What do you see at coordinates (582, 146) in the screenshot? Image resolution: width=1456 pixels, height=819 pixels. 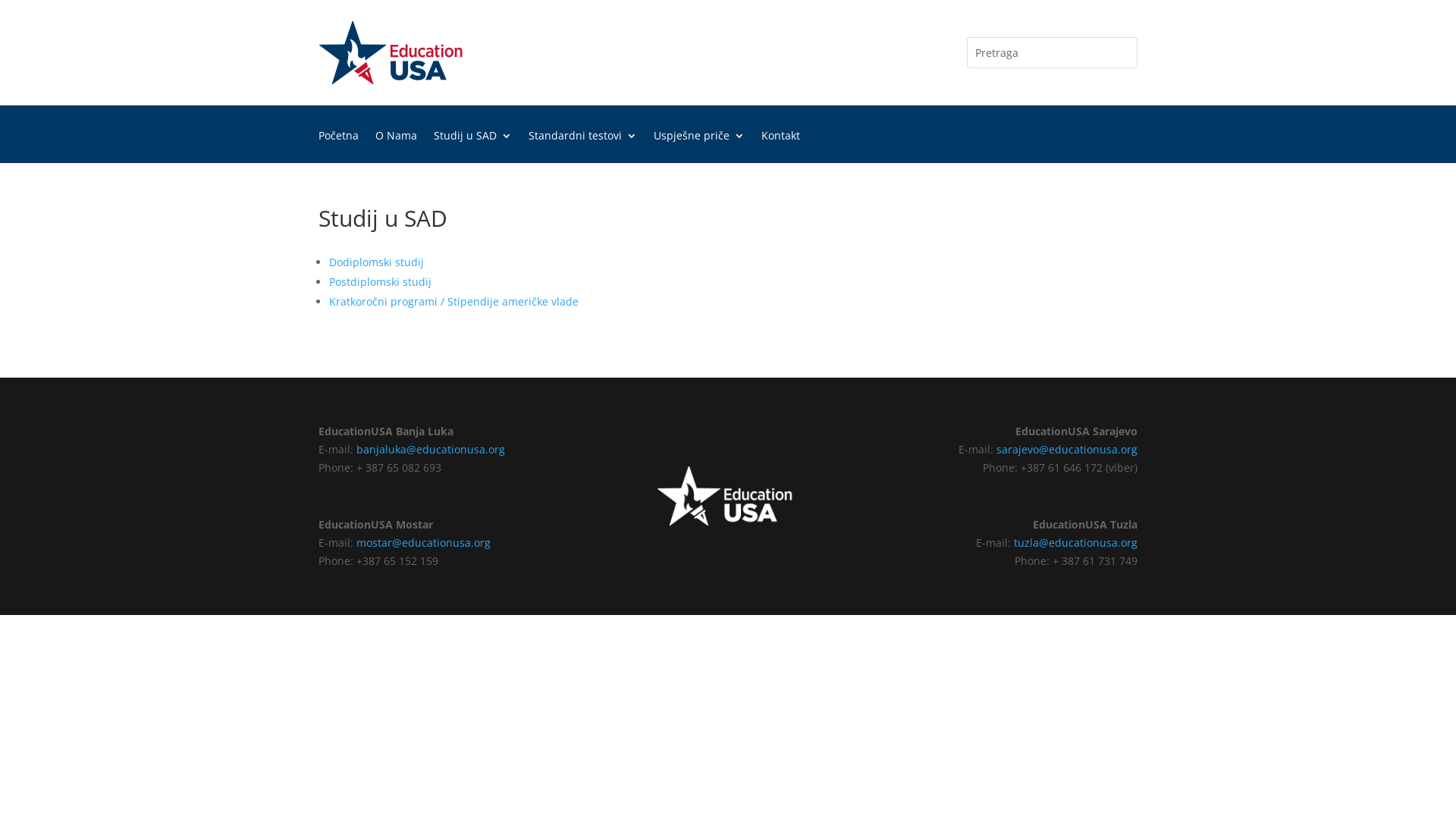 I see `'Standardni testovi'` at bounding box center [582, 146].